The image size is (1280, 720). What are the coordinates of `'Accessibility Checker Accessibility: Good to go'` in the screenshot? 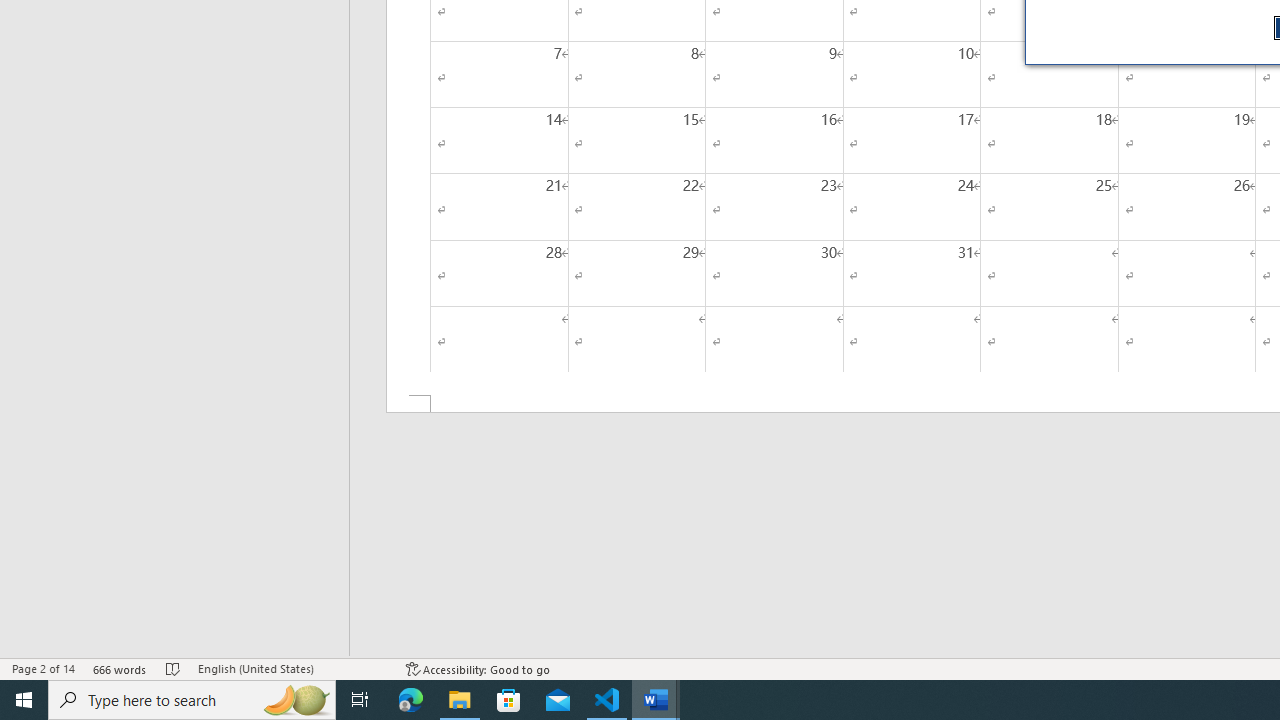 It's located at (477, 669).